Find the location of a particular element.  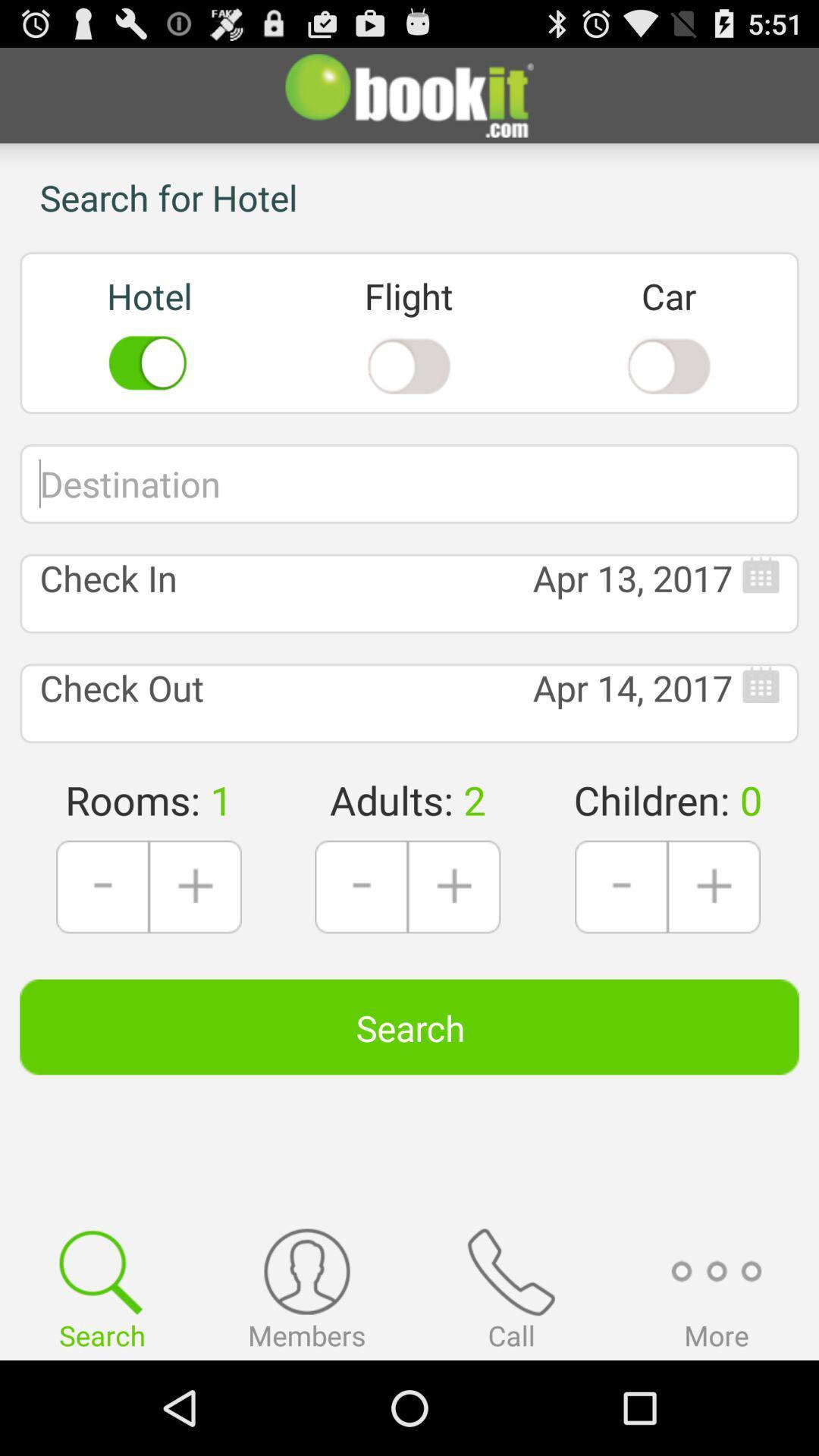

the minus icon is located at coordinates (102, 948).